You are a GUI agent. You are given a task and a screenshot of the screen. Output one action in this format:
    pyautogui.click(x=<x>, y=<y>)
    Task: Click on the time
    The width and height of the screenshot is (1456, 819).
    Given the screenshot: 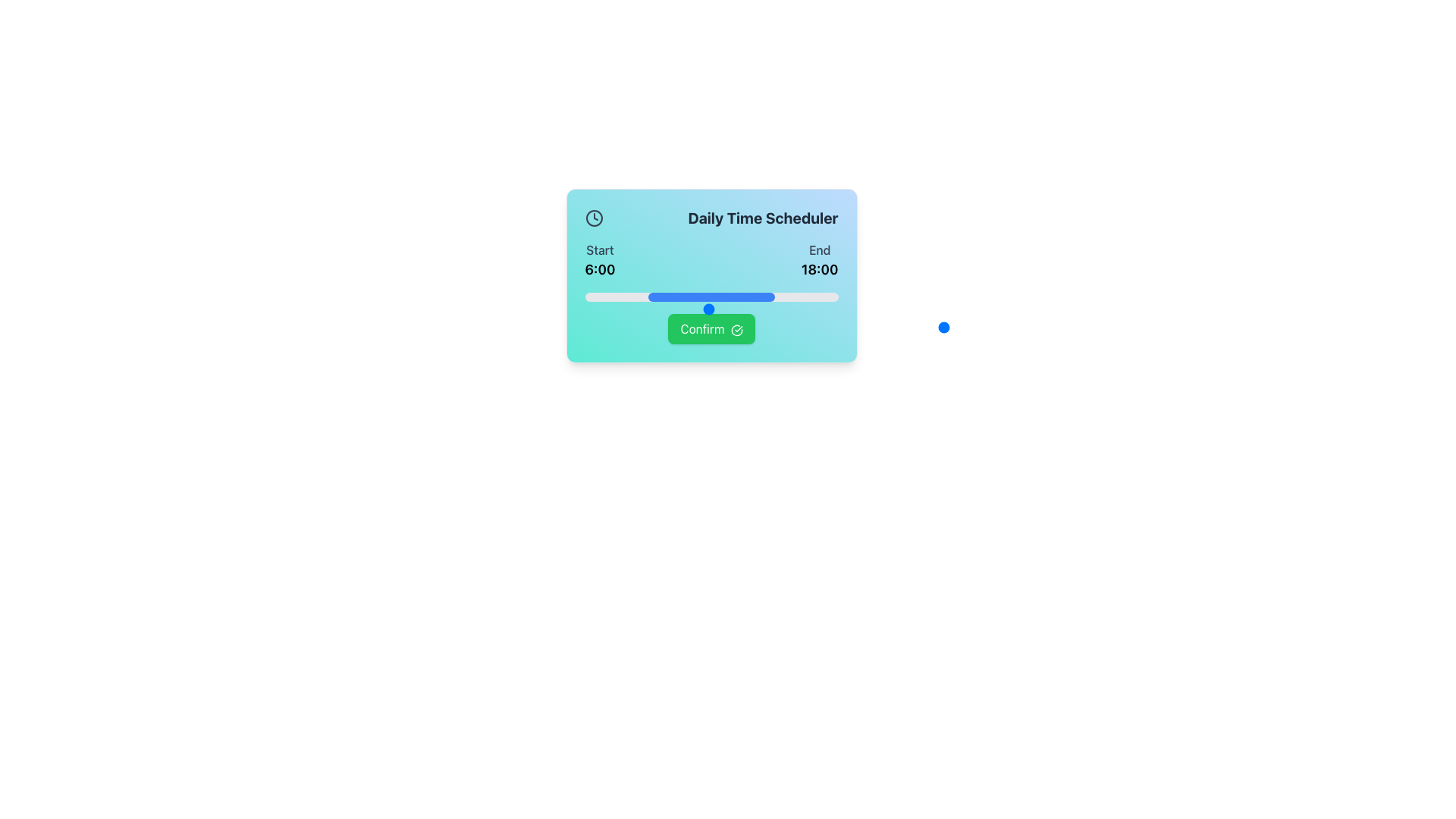 What is the action you would take?
    pyautogui.click(x=825, y=327)
    